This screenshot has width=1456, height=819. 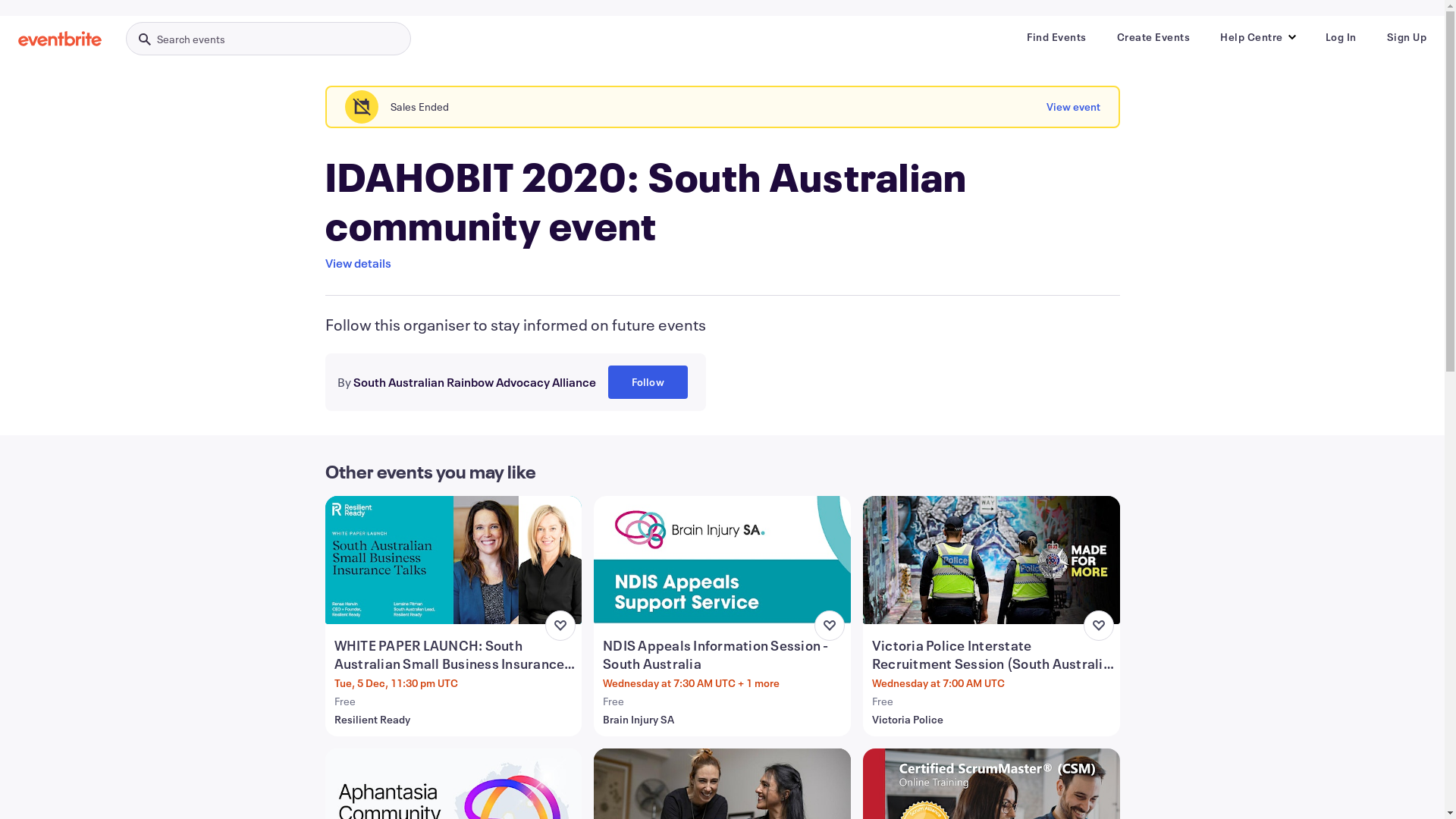 I want to click on 'View event', so click(x=1046, y=106).